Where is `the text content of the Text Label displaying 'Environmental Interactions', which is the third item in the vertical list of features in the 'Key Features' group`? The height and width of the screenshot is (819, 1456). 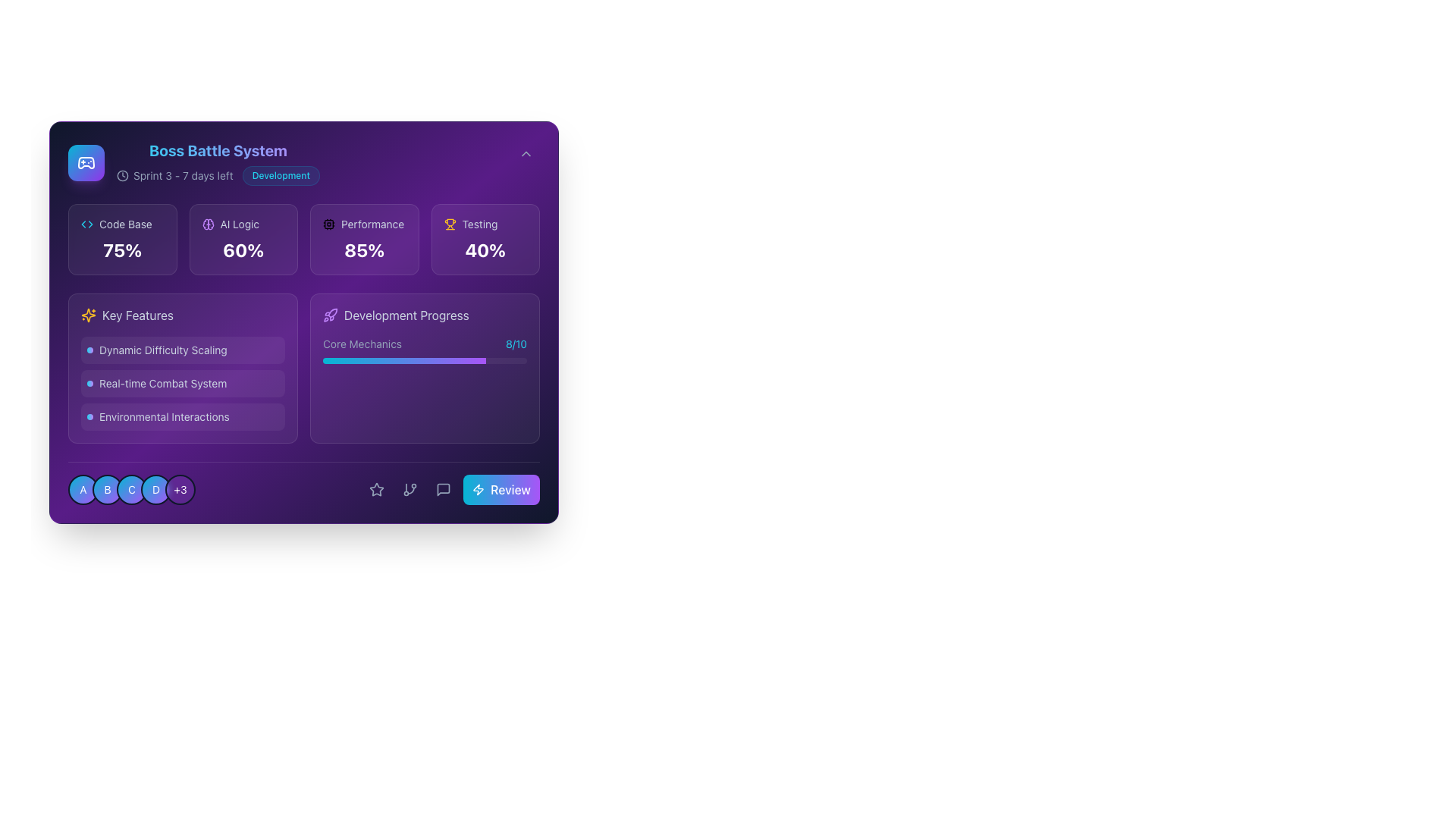
the text content of the Text Label displaying 'Environmental Interactions', which is the third item in the vertical list of features in the 'Key Features' group is located at coordinates (164, 417).